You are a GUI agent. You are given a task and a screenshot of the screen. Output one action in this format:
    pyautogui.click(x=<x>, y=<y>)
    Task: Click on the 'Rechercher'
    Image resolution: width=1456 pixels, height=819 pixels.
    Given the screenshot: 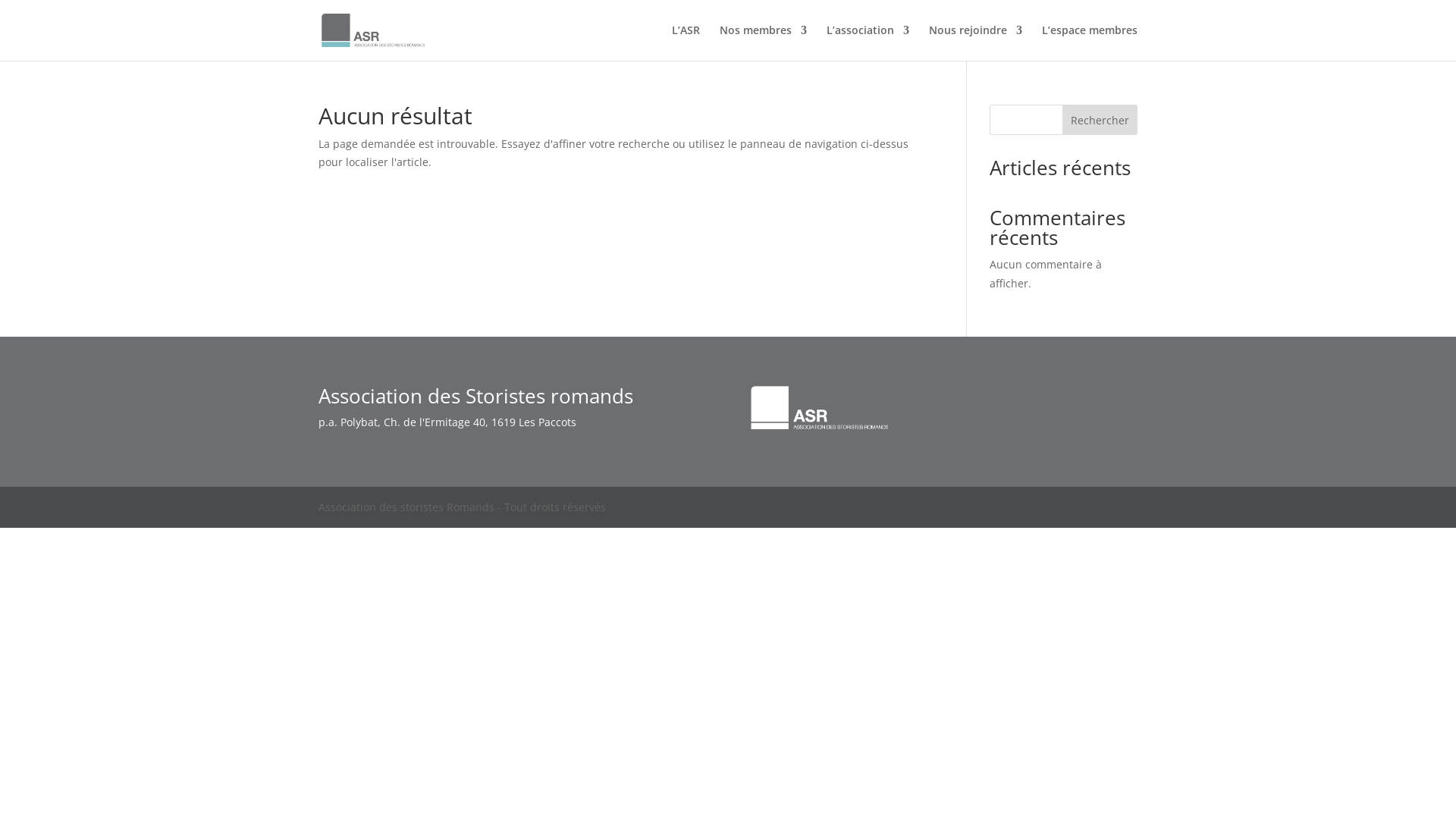 What is the action you would take?
    pyautogui.click(x=1062, y=119)
    